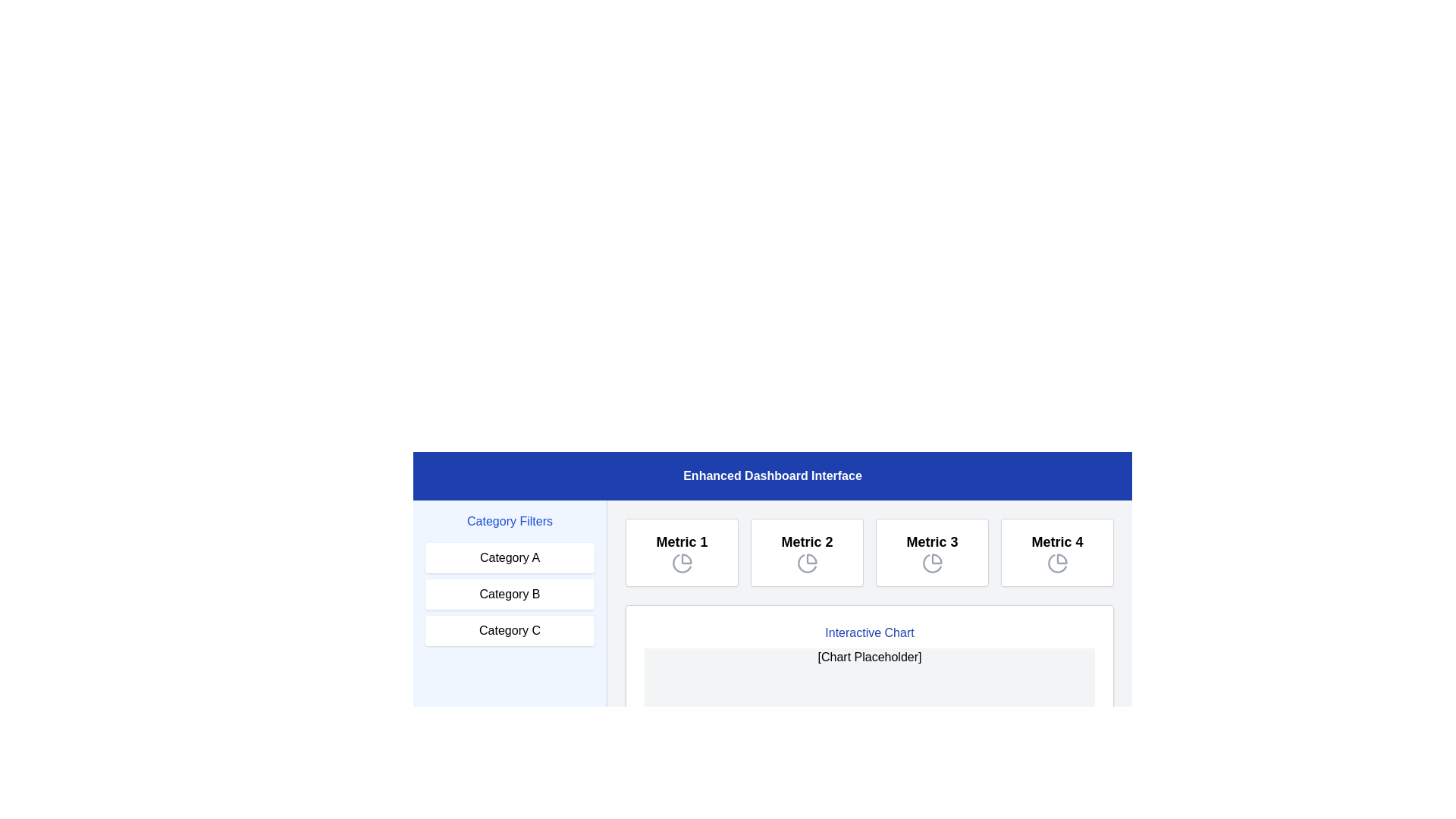 This screenshot has width=1456, height=819. What do you see at coordinates (772, 475) in the screenshot?
I see `text of the title or header element located at the top of the dashboard interface, which spans the full width and is centered above the 'Category Filters' and metrics sections` at bounding box center [772, 475].